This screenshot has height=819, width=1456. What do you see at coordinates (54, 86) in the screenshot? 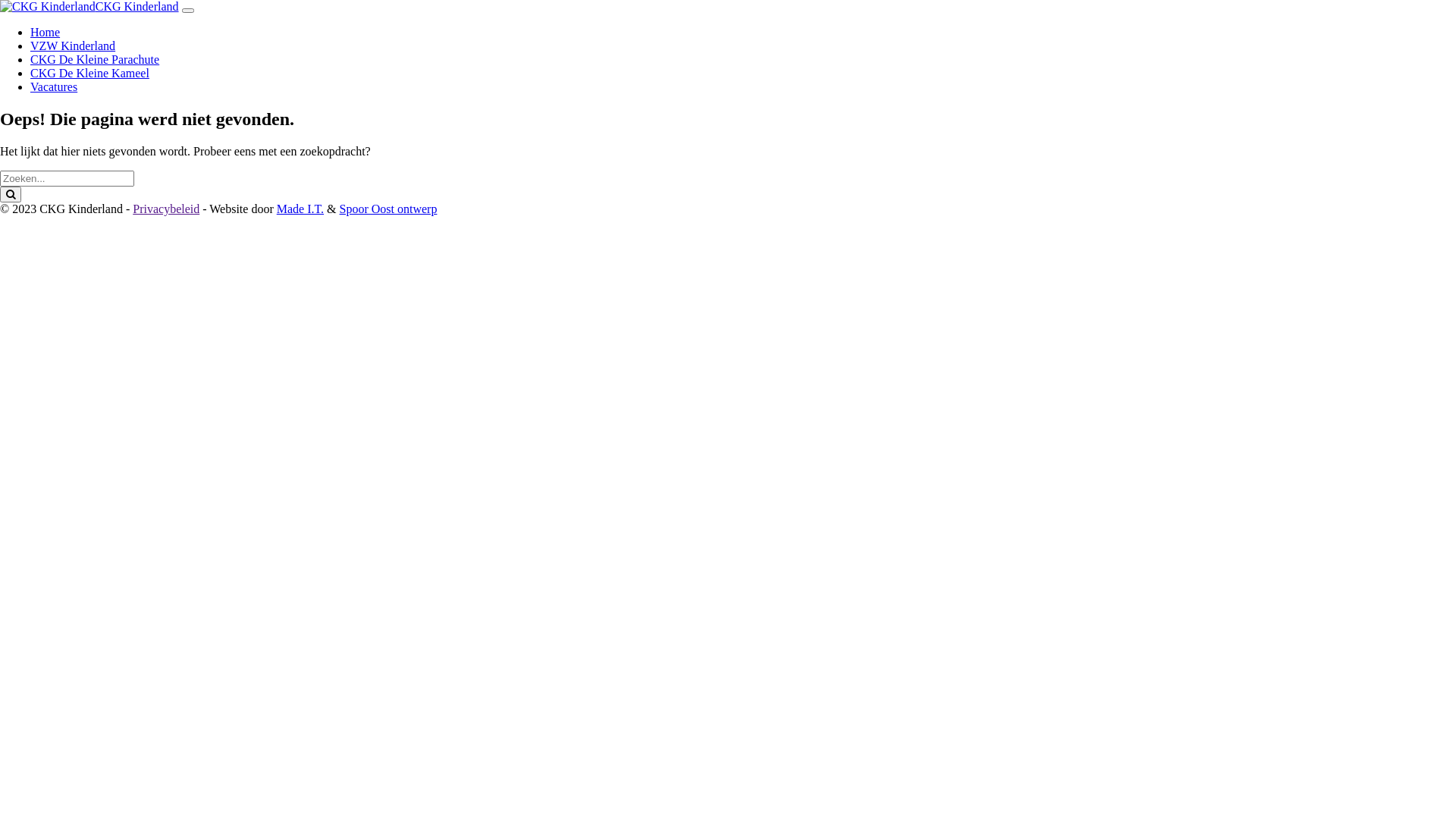
I see `'Vacatures'` at bounding box center [54, 86].